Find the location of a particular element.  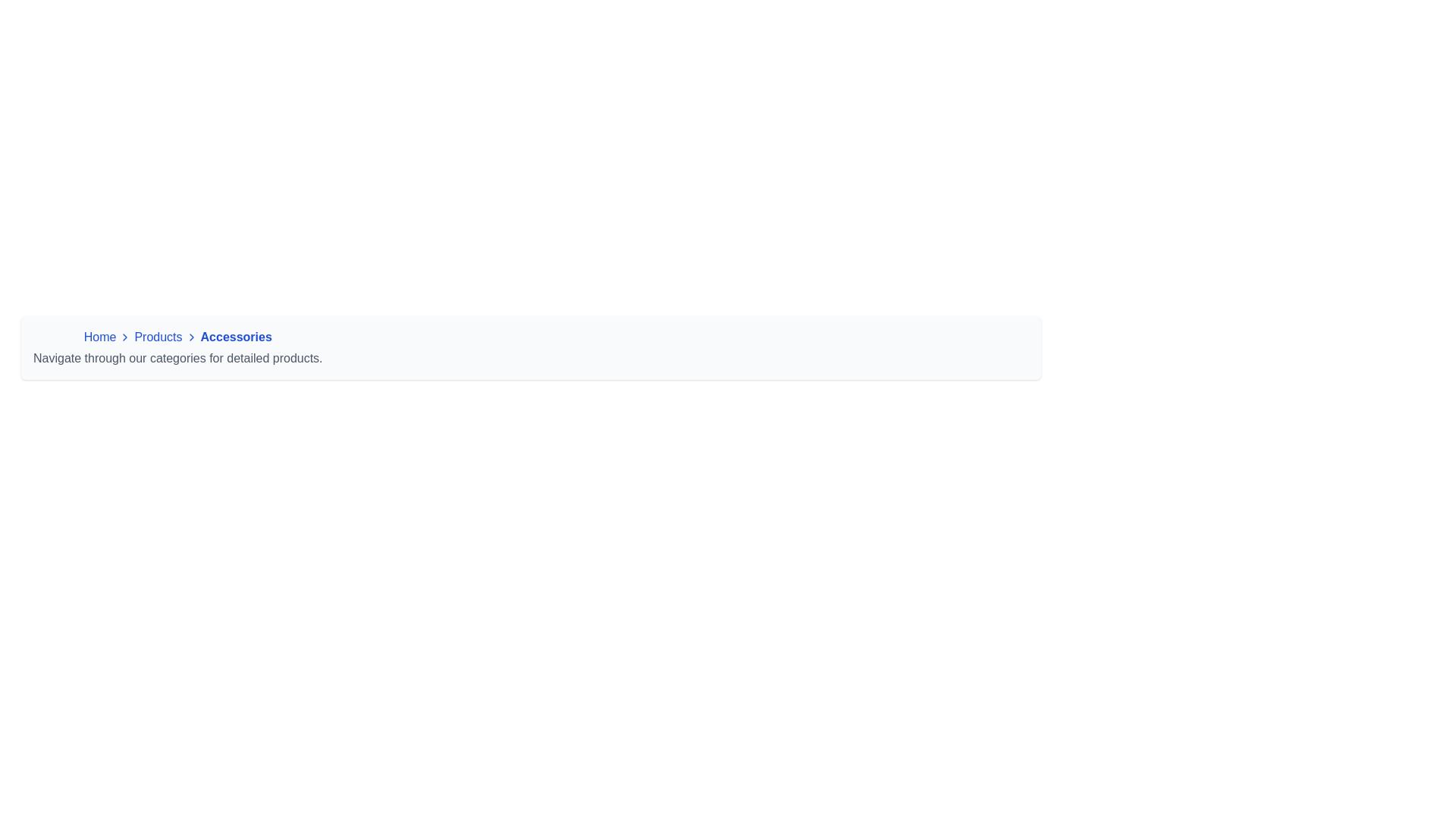

the Chevron-Right icon in the breadcrumb navigation that separates 'Home' and 'Products' is located at coordinates (125, 336).